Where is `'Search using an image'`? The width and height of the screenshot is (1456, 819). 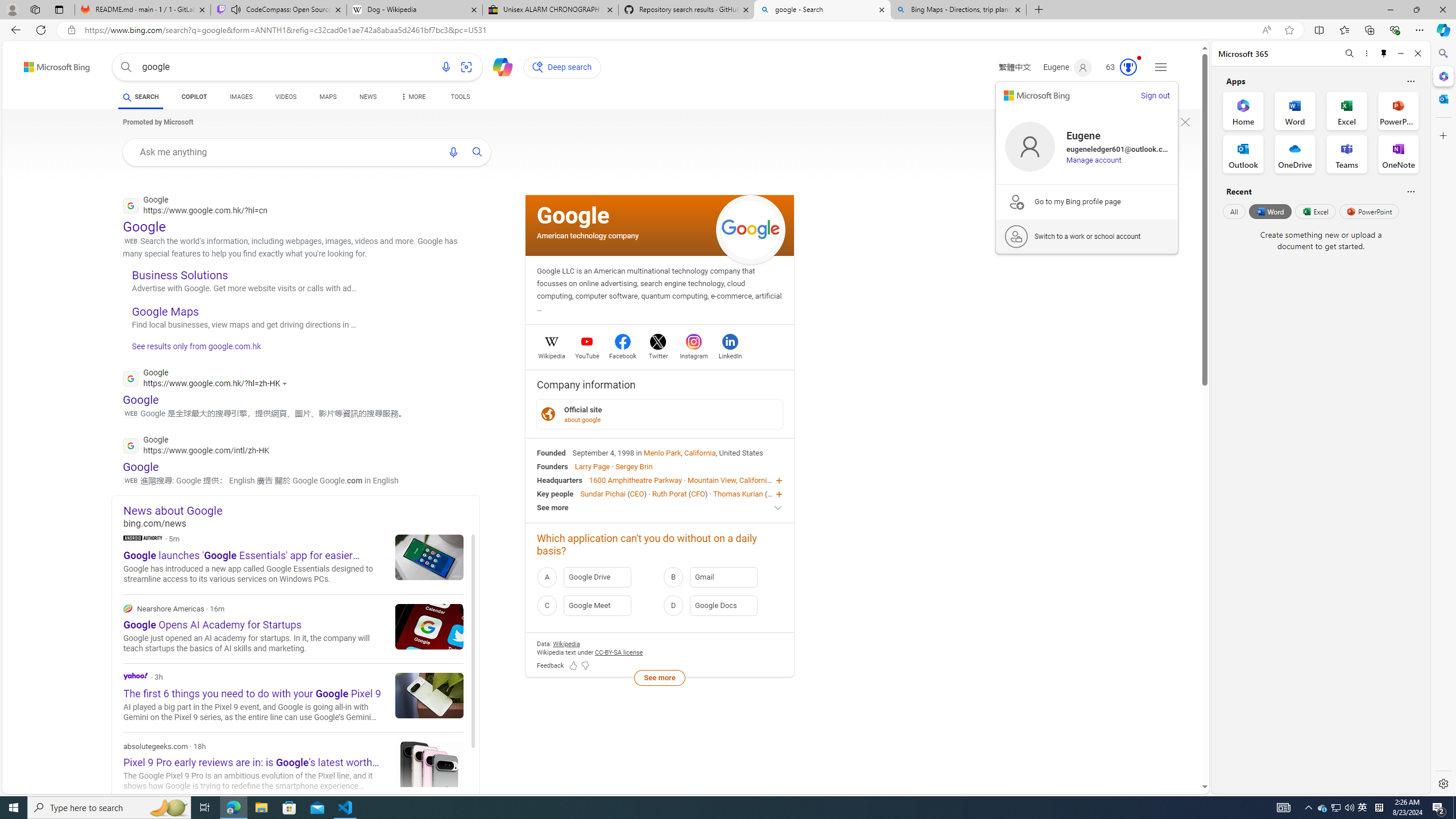 'Search using an image' is located at coordinates (466, 67).